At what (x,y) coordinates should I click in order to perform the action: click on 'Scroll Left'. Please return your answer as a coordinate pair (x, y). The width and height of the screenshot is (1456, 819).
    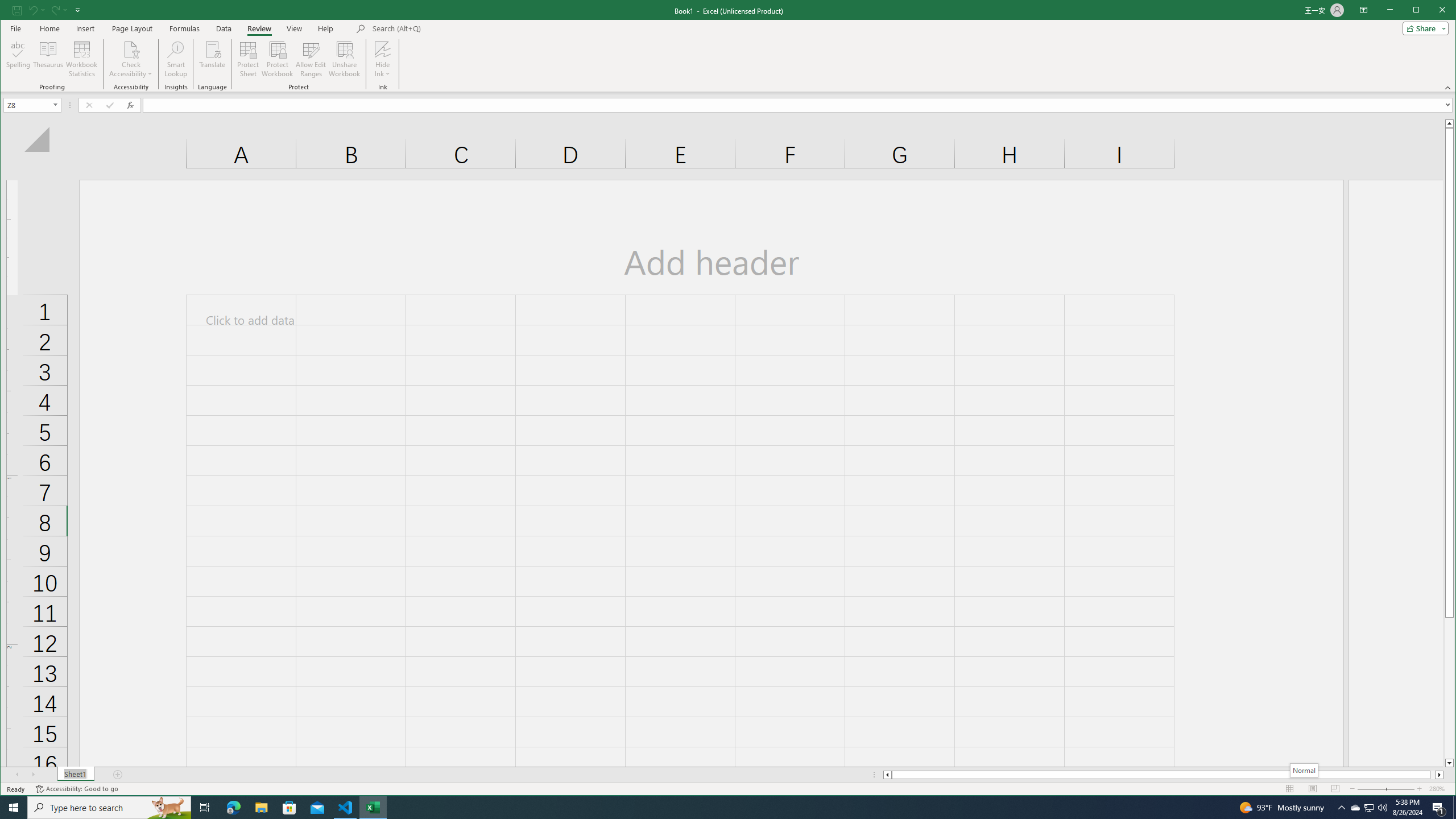
    Looking at the image, I should click on (18, 775).